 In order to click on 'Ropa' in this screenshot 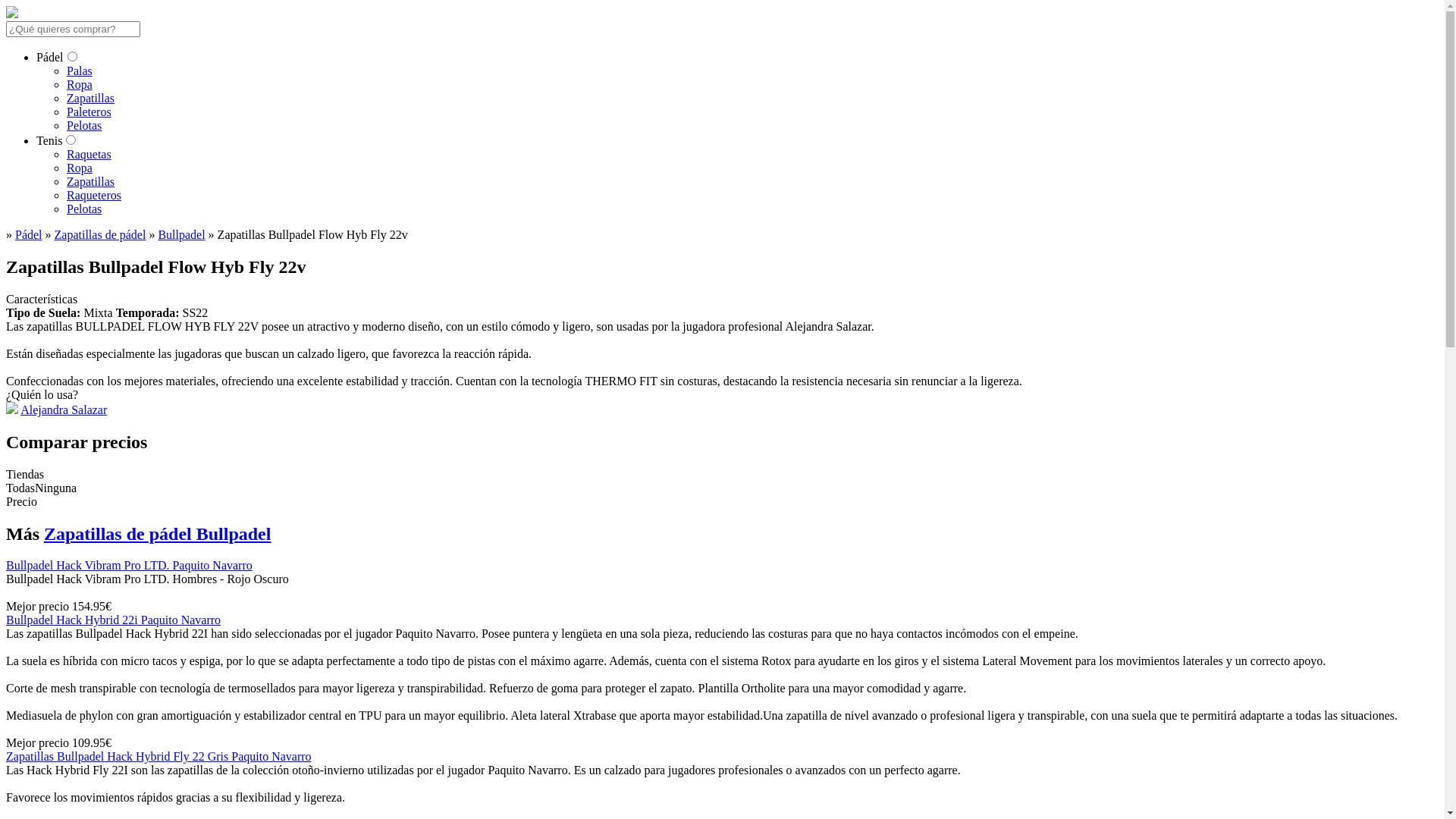, I will do `click(79, 168)`.